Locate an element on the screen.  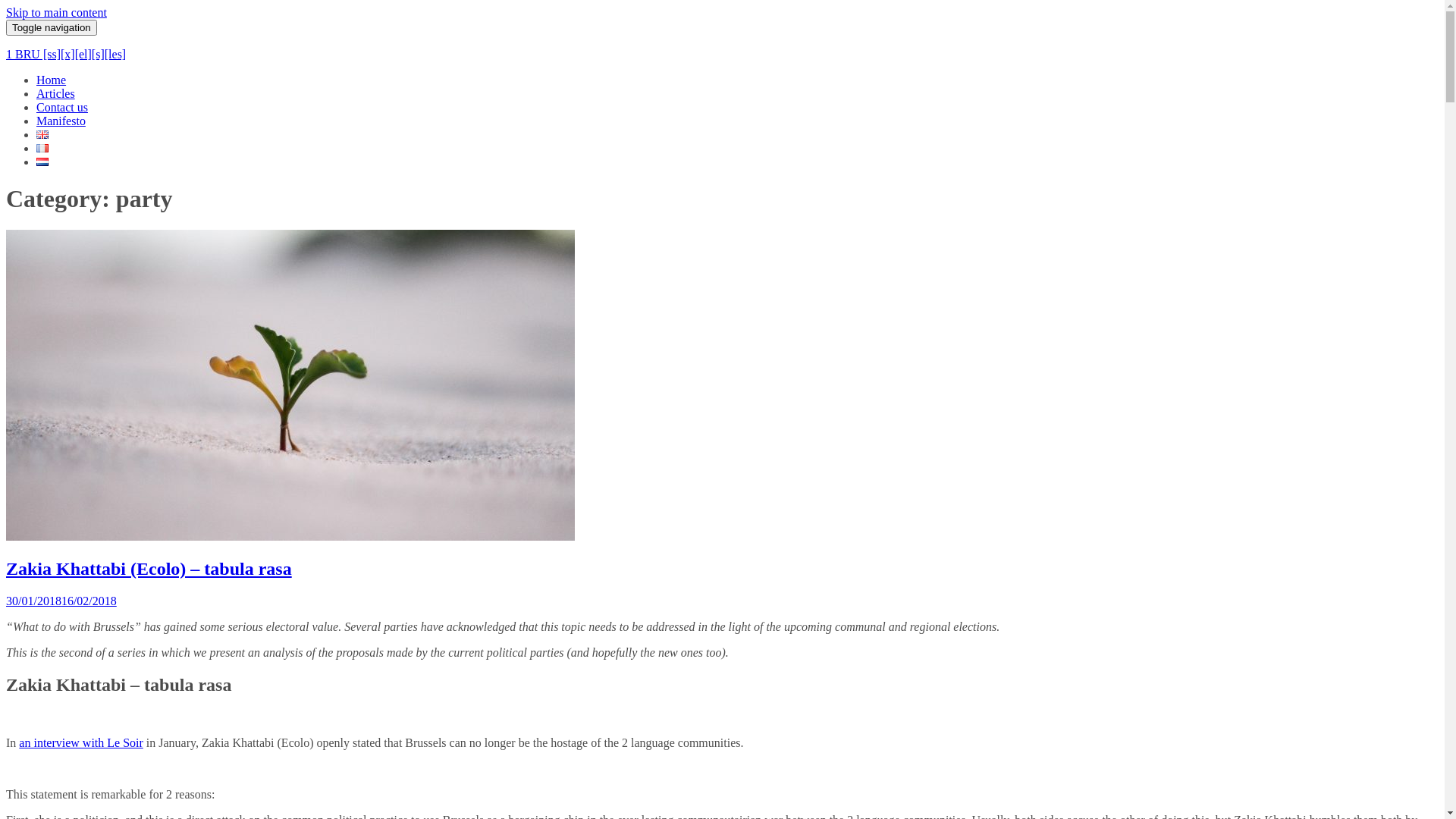
'an interview with Le Soir' is located at coordinates (80, 741).